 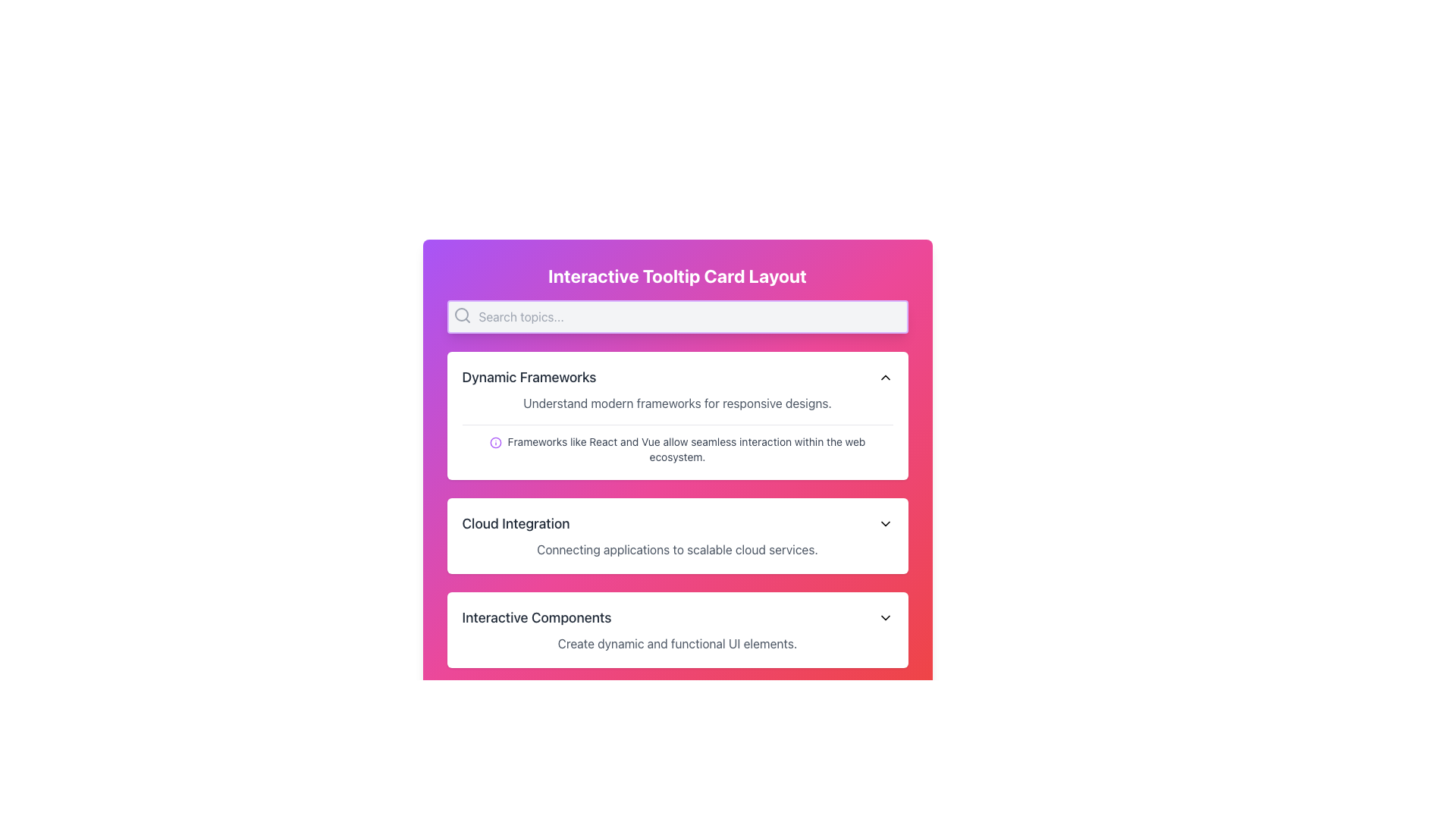 I want to click on the search icon, which is a gray magnifying glass located at the left end of a rectangular input field with placeholder text 'Search topics...', so click(x=461, y=315).